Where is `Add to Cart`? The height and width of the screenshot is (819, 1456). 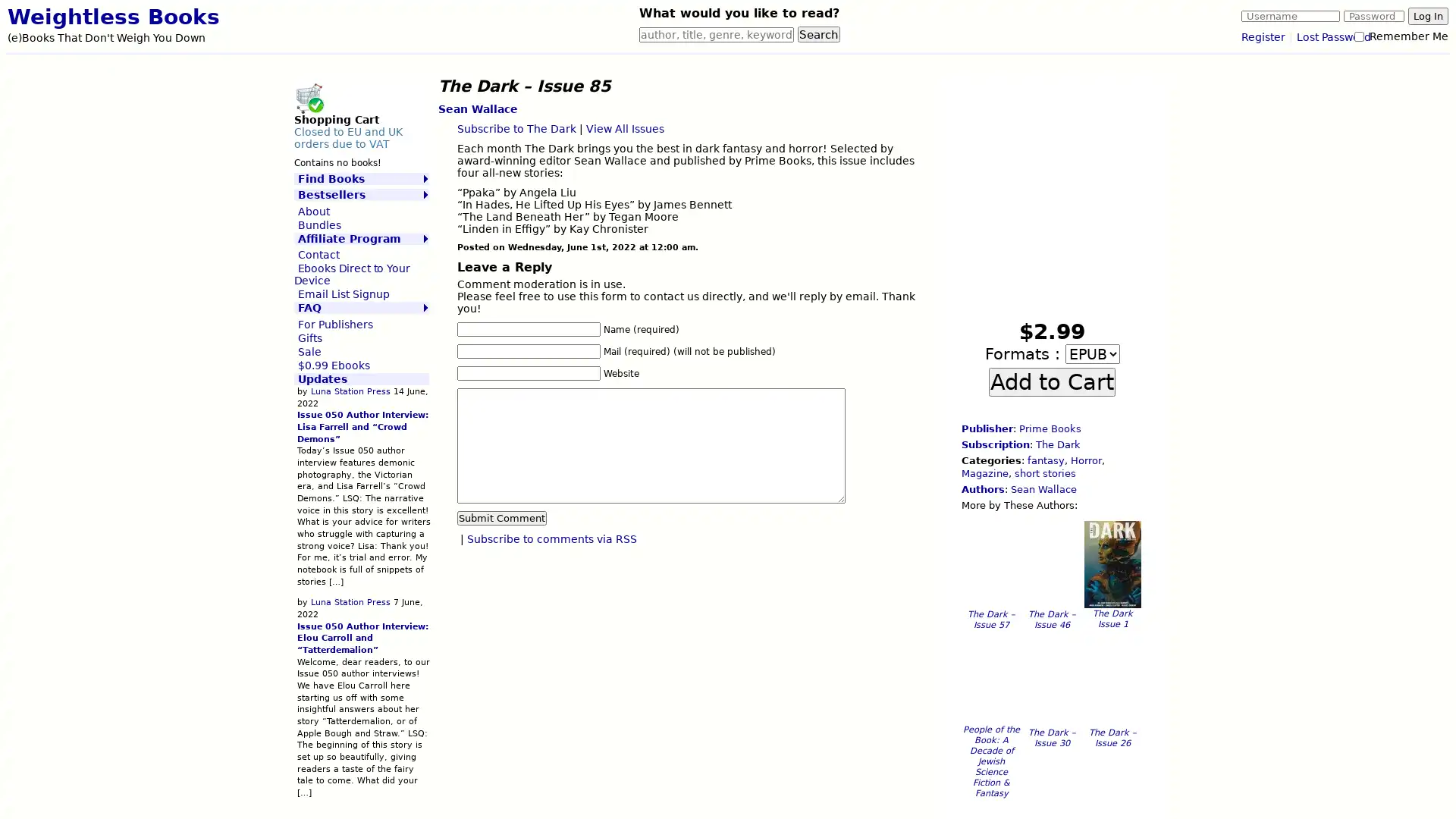
Add to Cart is located at coordinates (1051, 380).